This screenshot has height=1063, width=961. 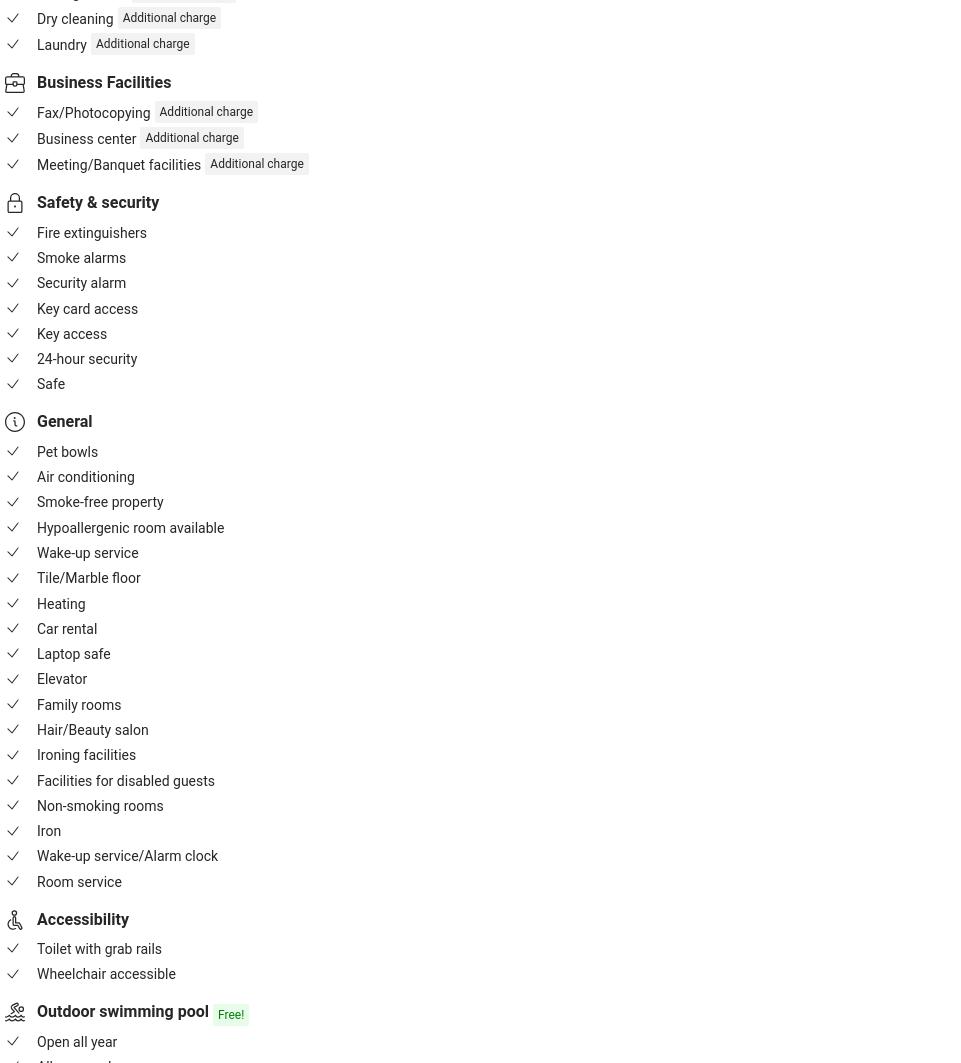 I want to click on 'Wake-up service/Alarm clock', so click(x=126, y=855).